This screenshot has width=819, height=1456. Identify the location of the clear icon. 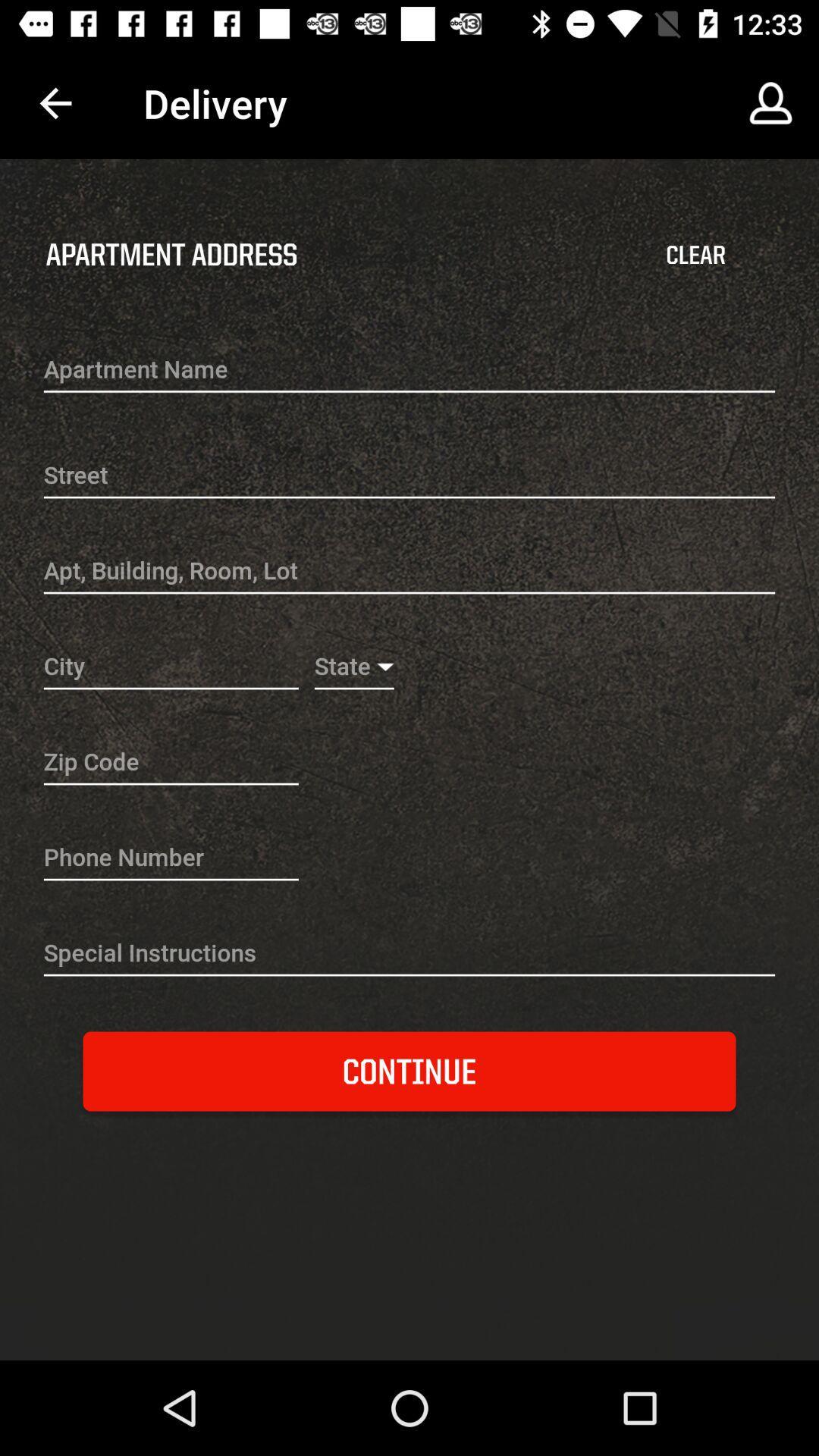
(695, 255).